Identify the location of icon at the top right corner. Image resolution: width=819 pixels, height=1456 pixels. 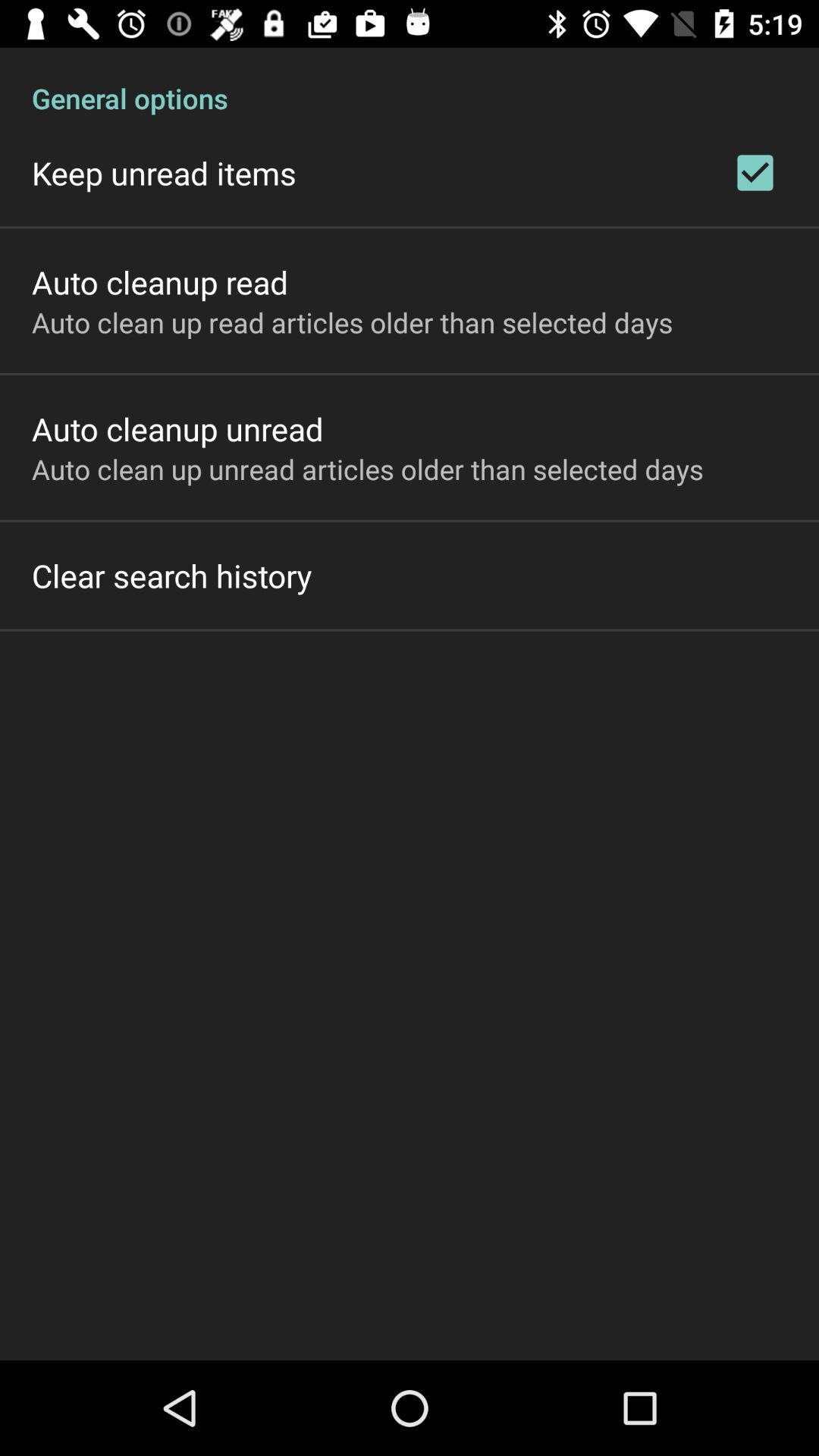
(755, 172).